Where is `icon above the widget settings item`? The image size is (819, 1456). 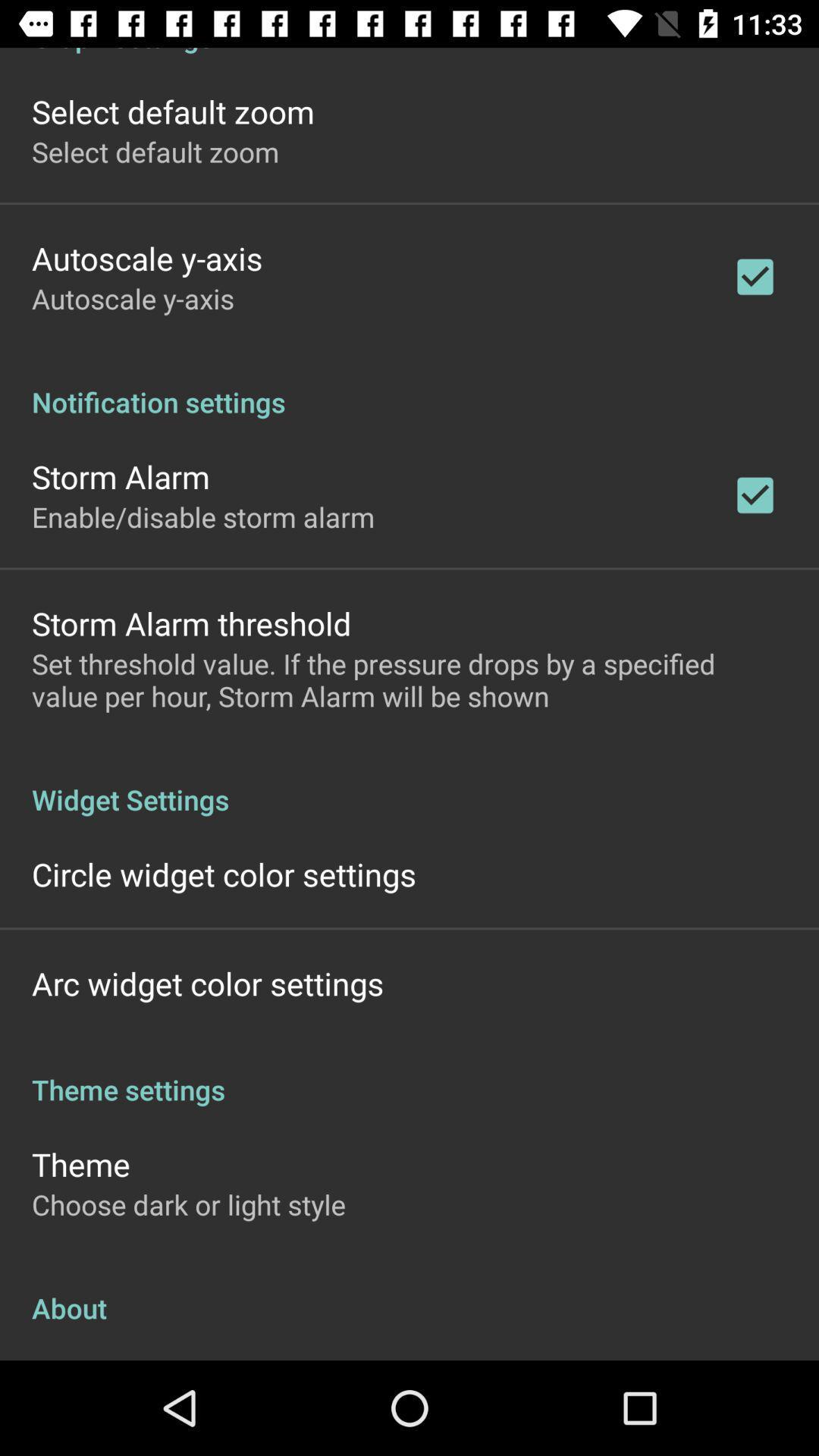
icon above the widget settings item is located at coordinates (409, 679).